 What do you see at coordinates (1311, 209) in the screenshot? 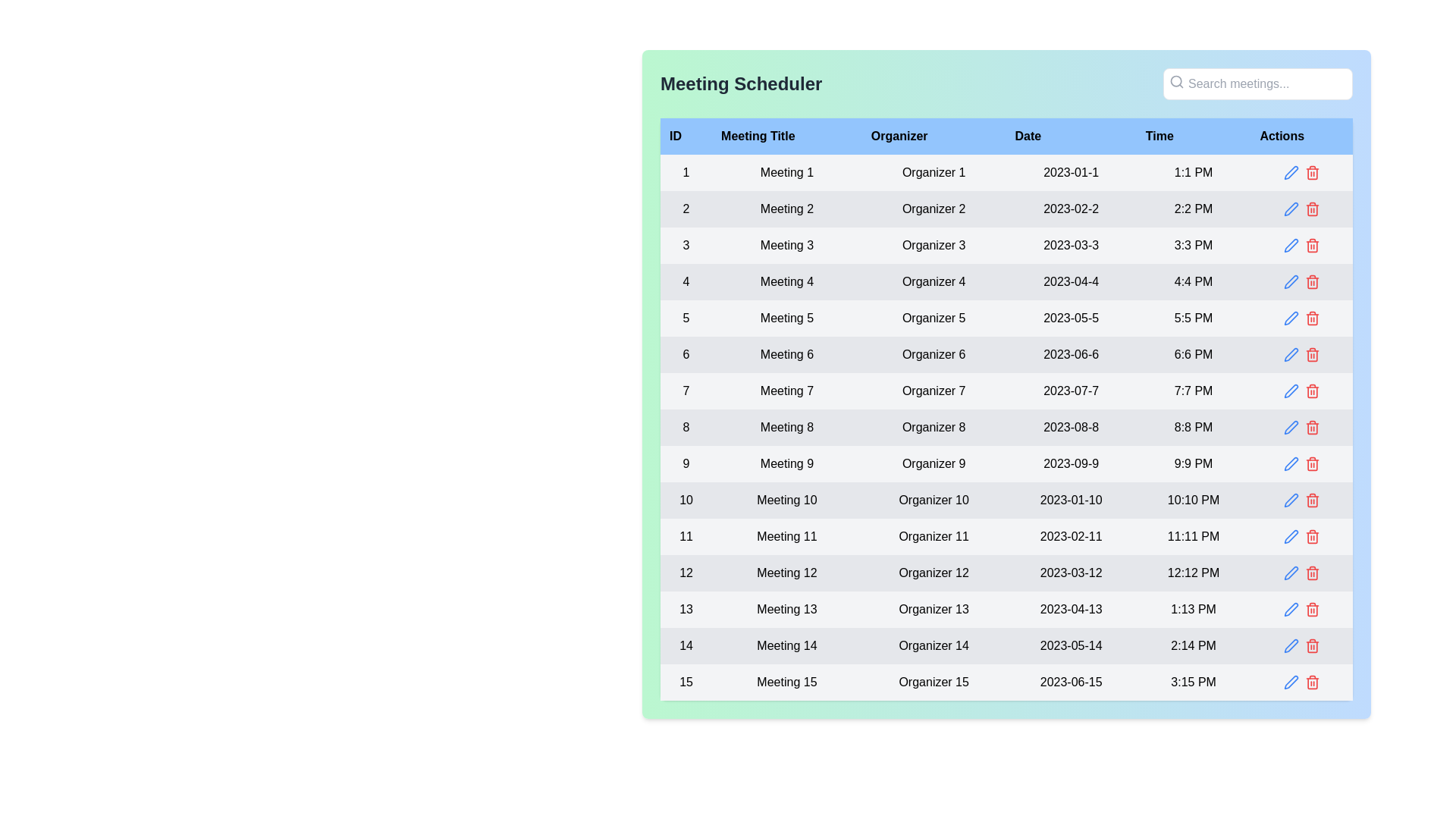
I see `the delete button in the 'Actions' column of the second row in the table using keyboard navigation` at bounding box center [1311, 209].